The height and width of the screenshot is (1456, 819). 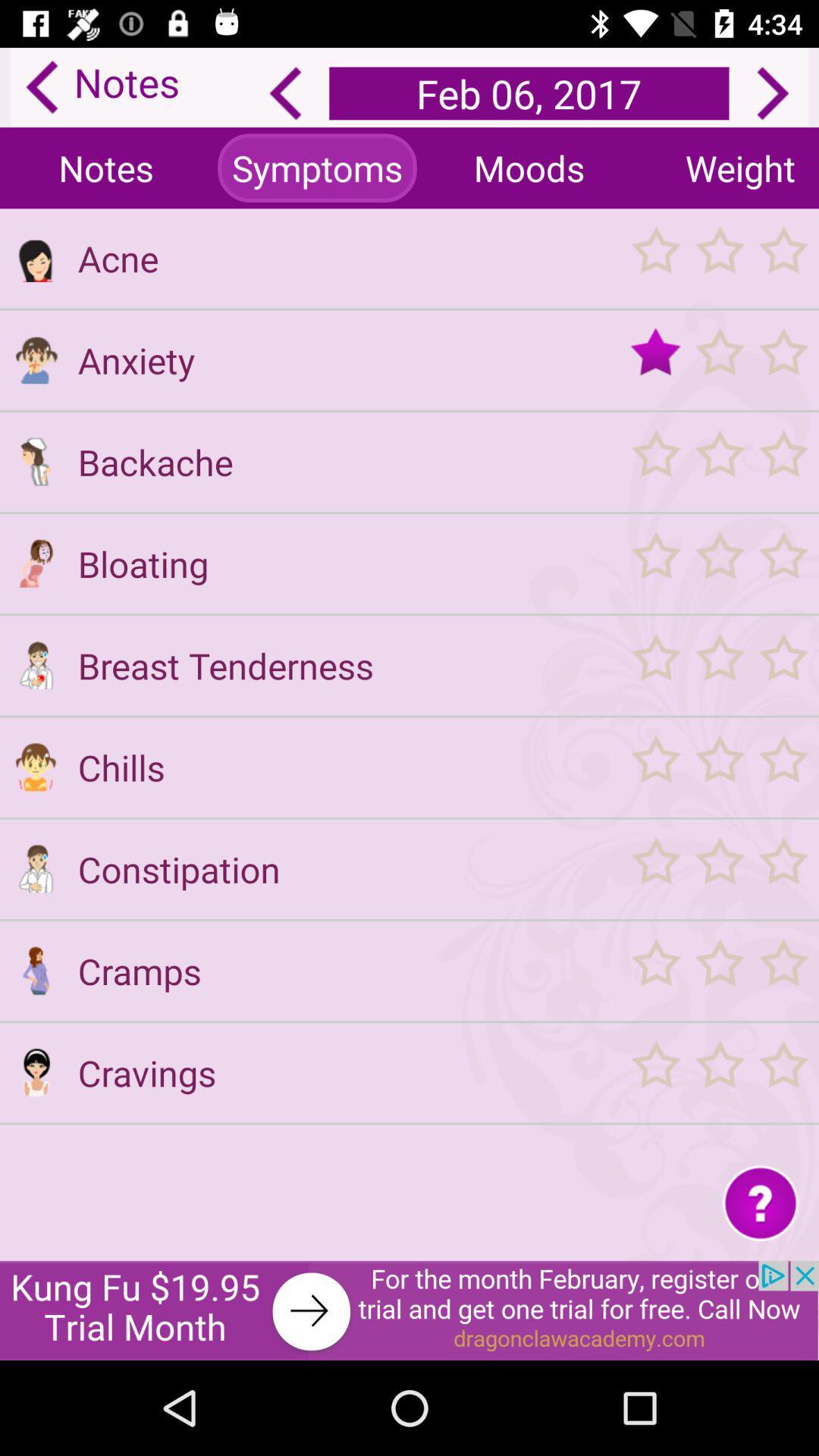 What do you see at coordinates (718, 563) in the screenshot?
I see `rate bloating` at bounding box center [718, 563].